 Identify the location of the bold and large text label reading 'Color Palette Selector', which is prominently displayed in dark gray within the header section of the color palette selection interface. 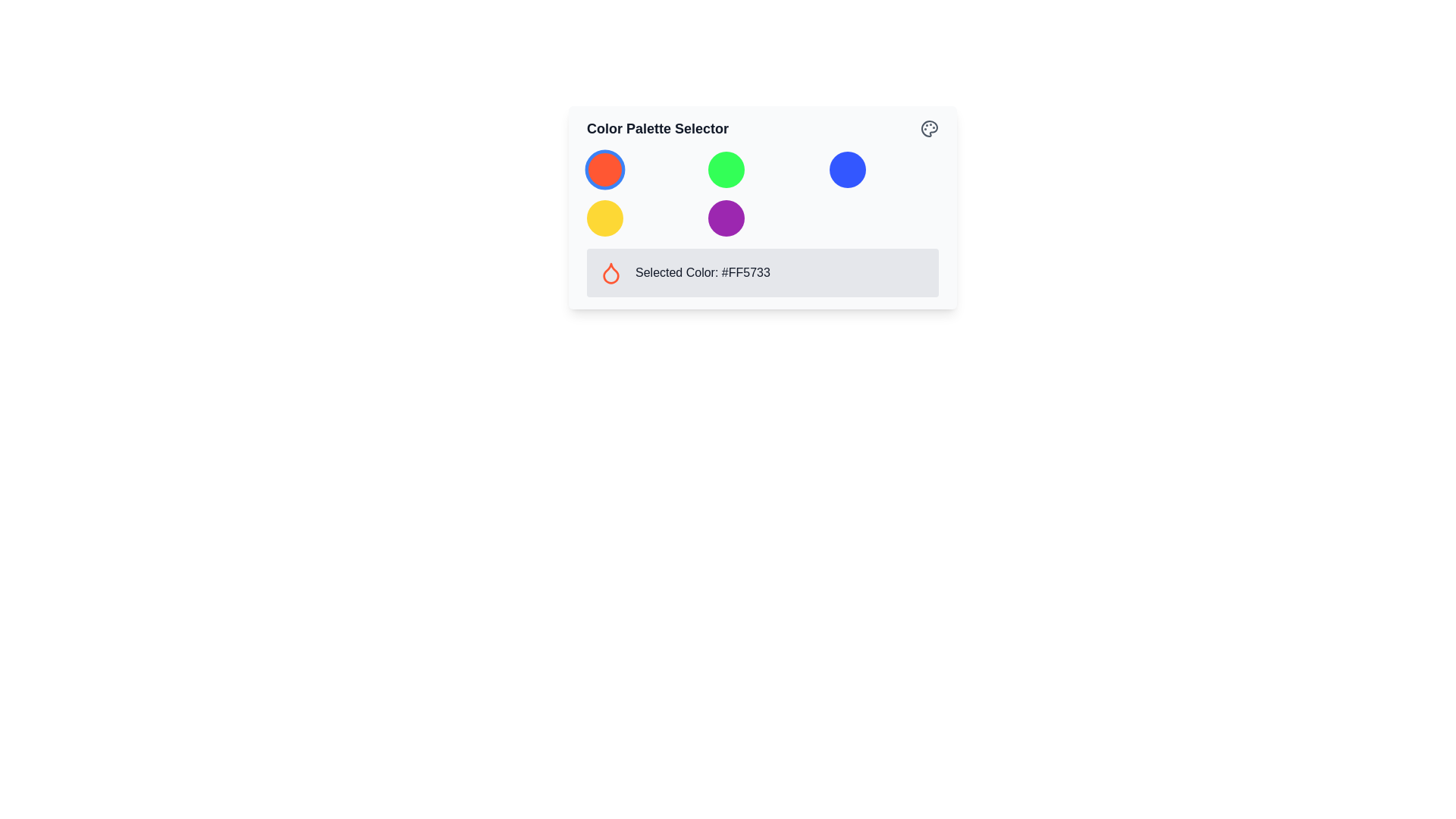
(657, 127).